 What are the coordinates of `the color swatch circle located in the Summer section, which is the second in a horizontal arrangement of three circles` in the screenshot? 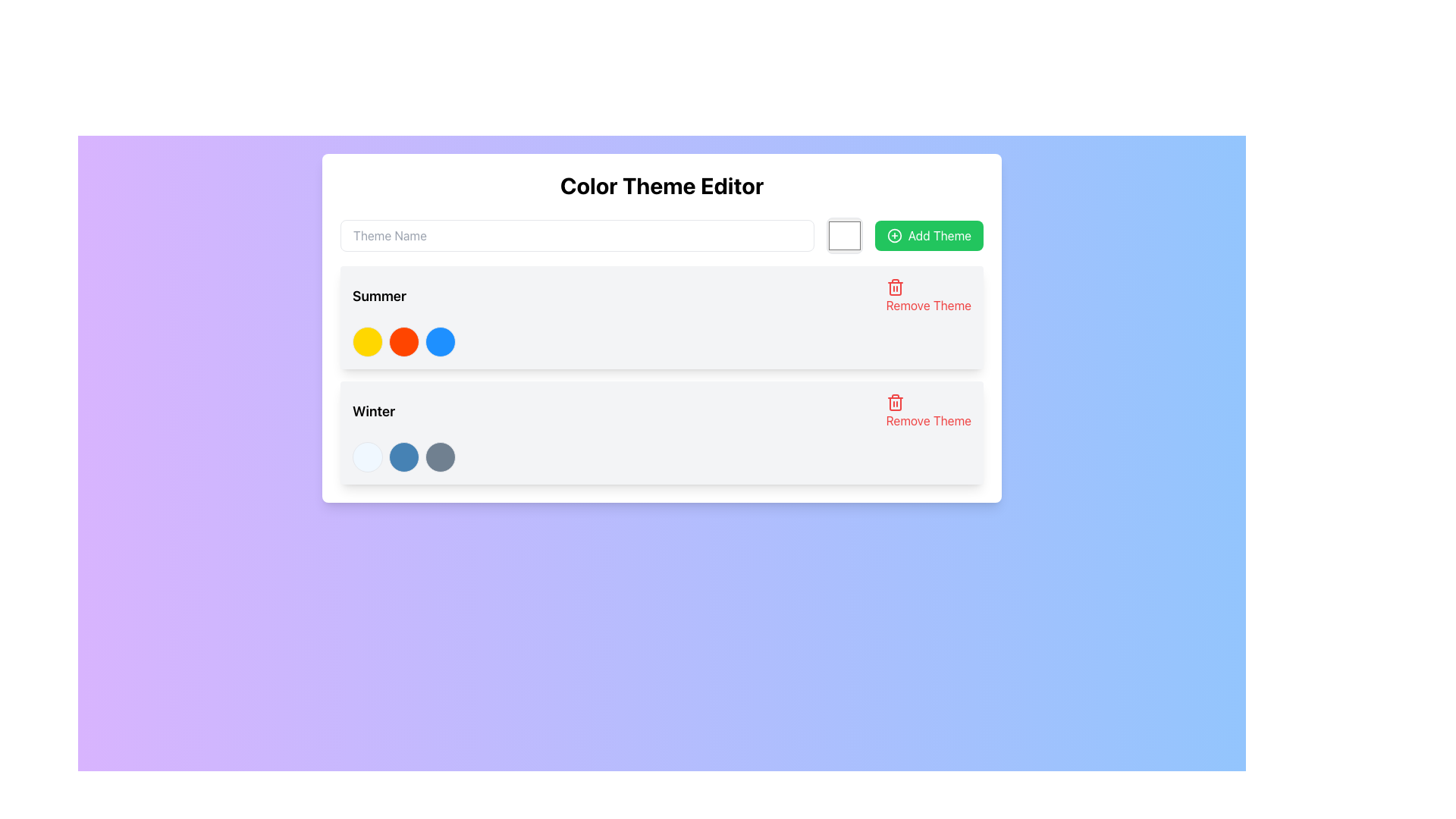 It's located at (403, 342).